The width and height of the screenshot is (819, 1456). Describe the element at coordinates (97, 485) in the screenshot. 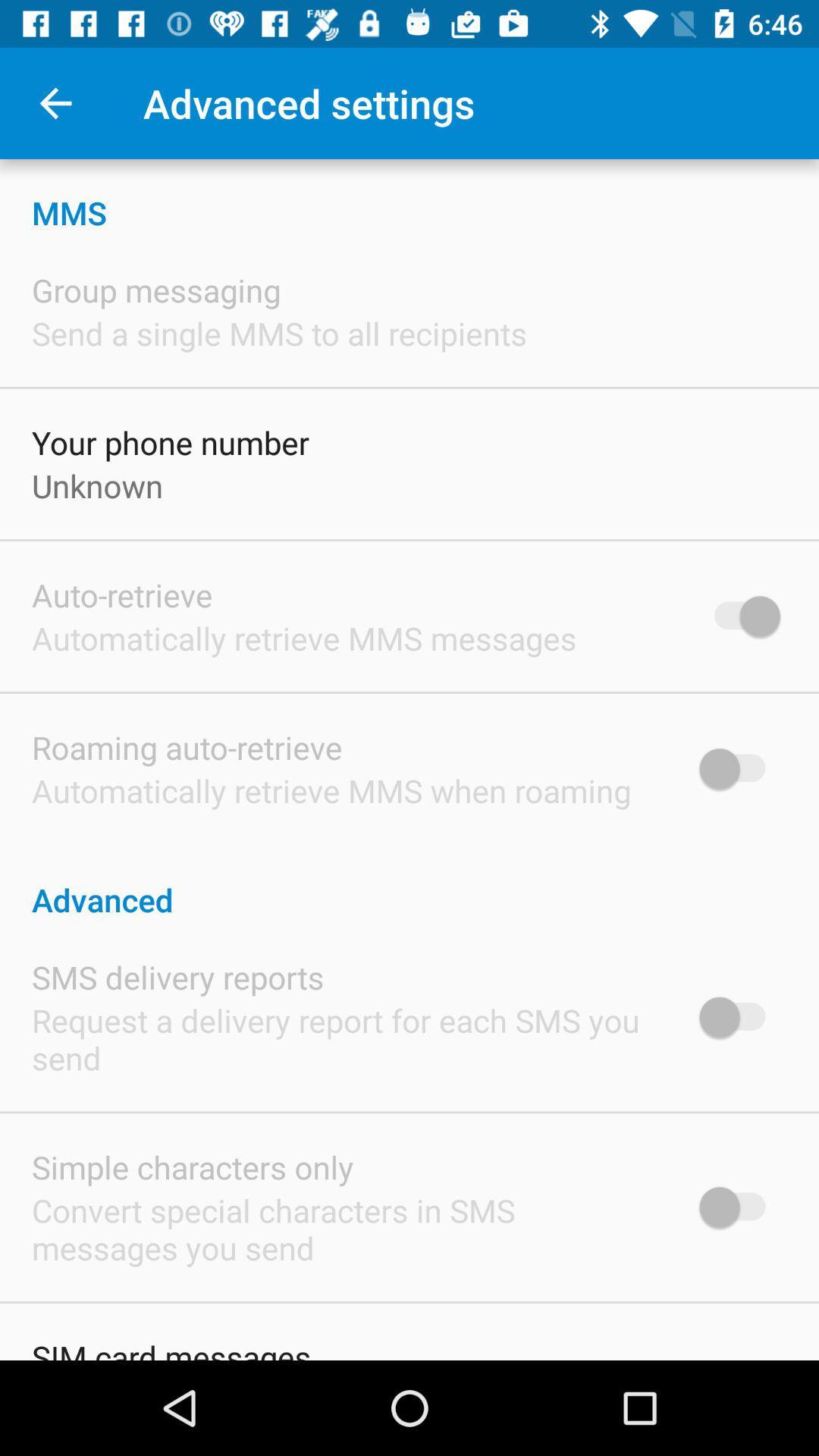

I see `the unknown icon` at that location.